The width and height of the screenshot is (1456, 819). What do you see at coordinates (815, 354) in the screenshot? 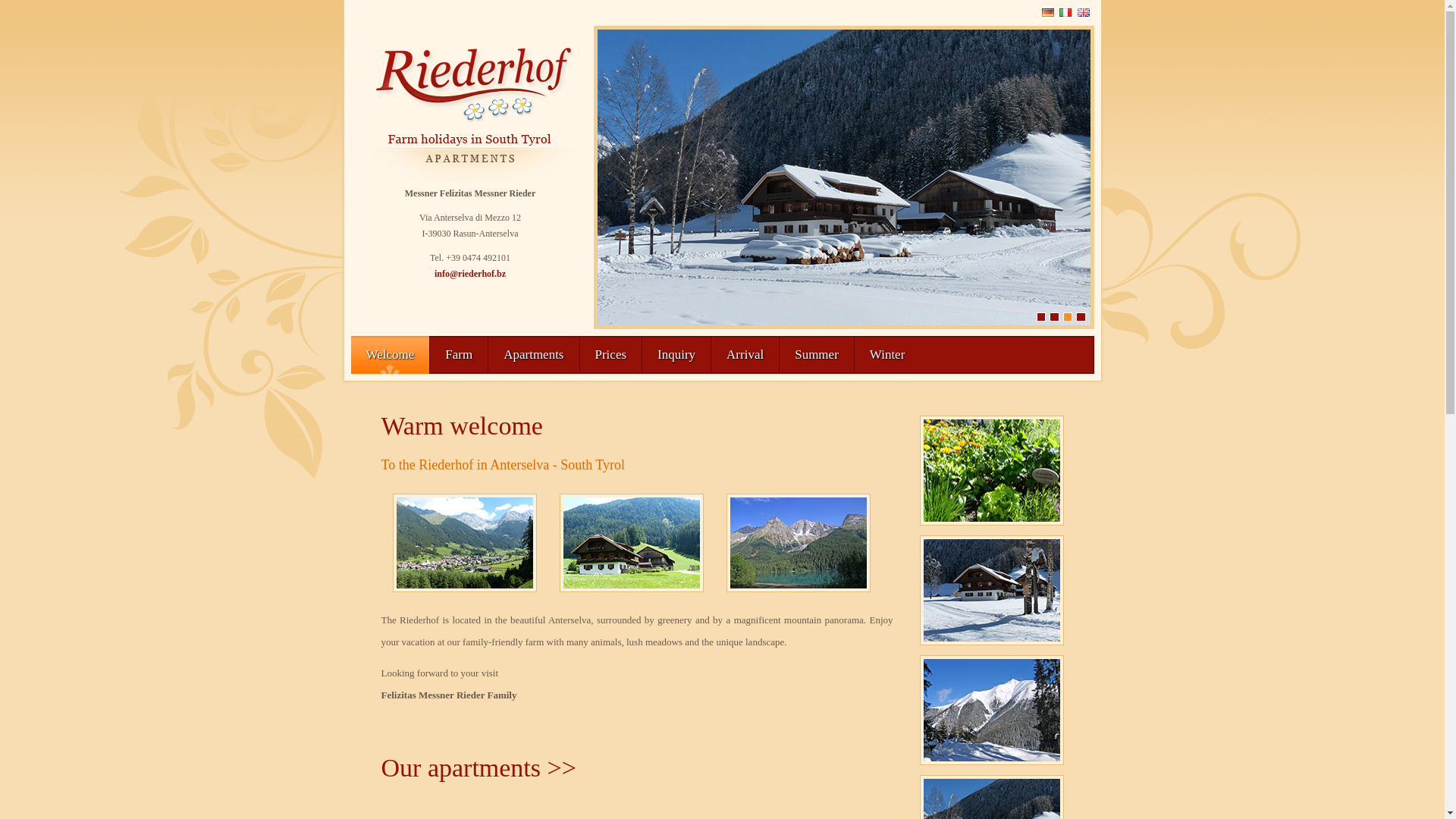
I see `'Summer'` at bounding box center [815, 354].